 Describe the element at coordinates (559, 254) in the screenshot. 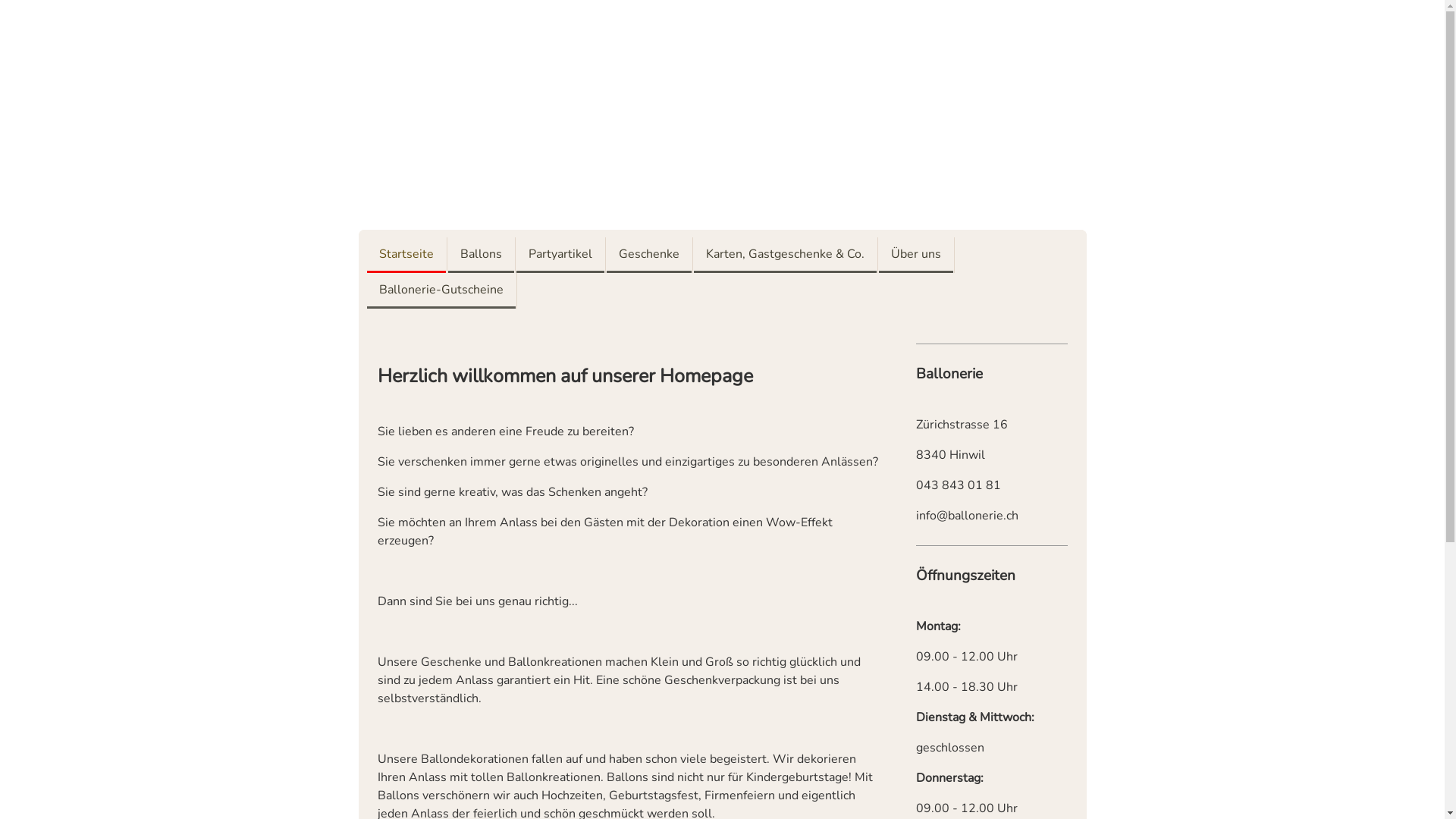

I see `'Partyartikel'` at that location.